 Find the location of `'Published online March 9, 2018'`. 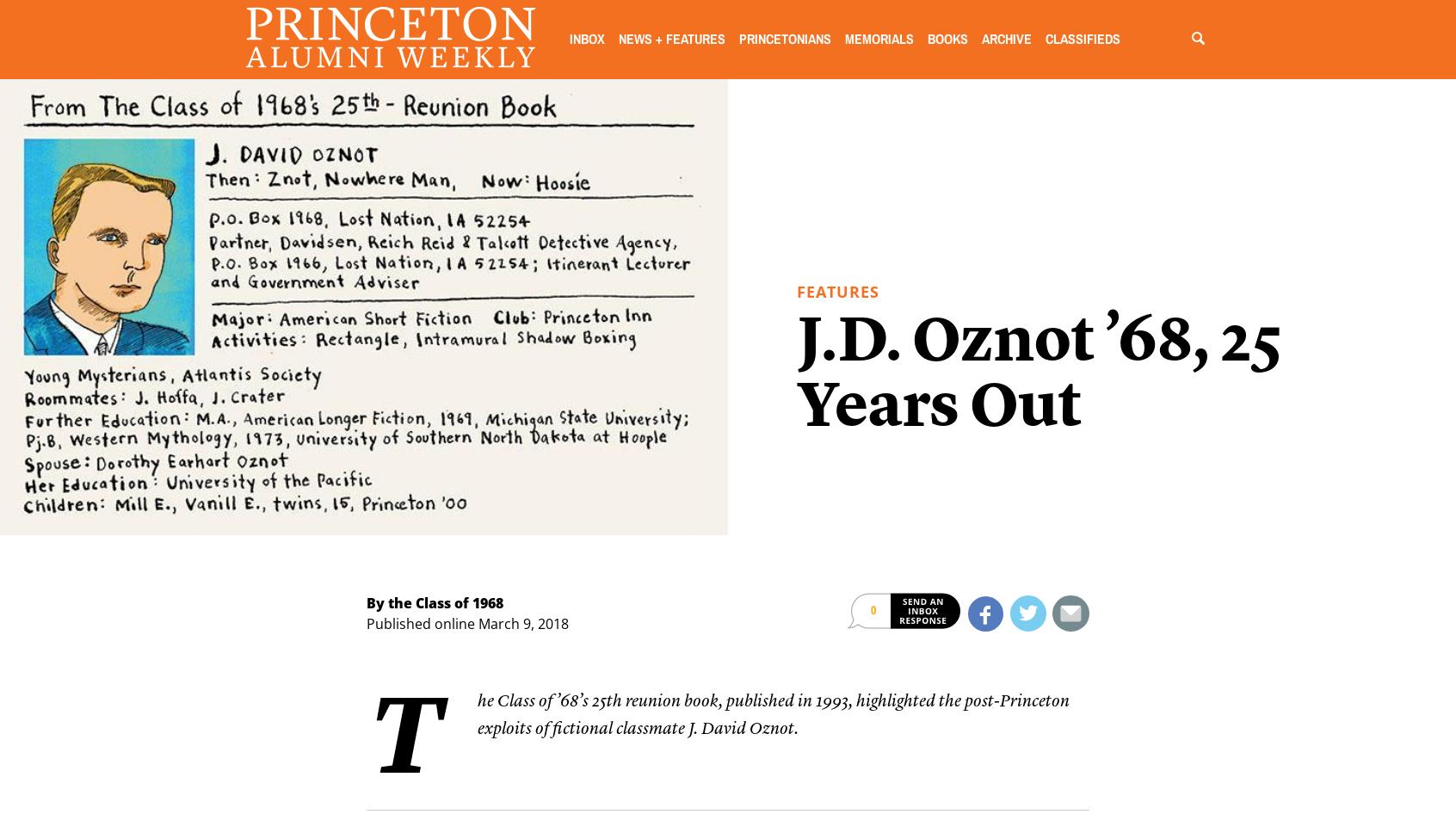

'Published online March 9, 2018' is located at coordinates (467, 621).